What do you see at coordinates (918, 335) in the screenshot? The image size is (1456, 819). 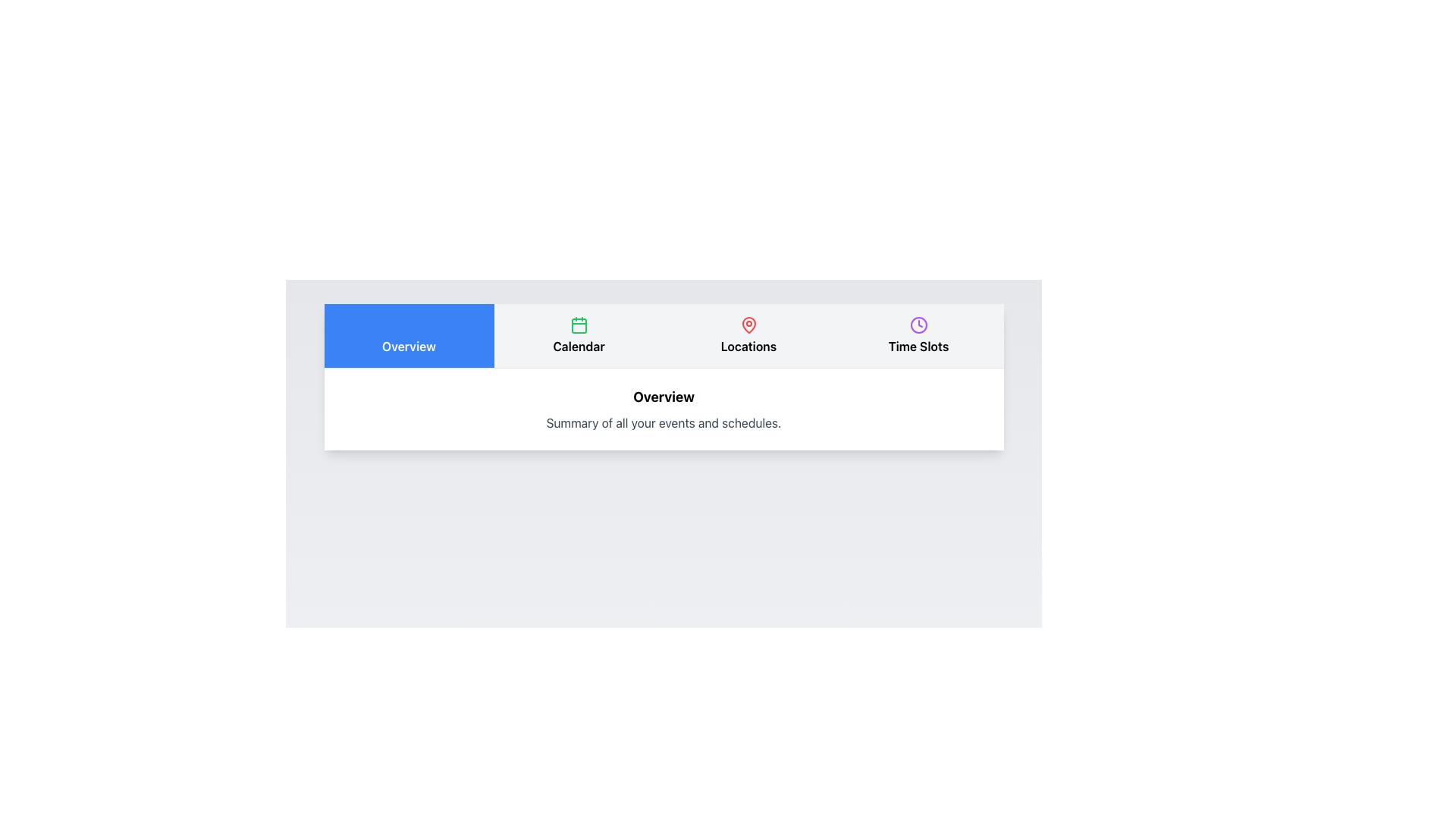 I see `the navigation button labeled 'Time Slots' located in the top navigation section, which is the fourth item in a horizontal list after 'Overview,' 'Calendar,' and 'Locations'` at bounding box center [918, 335].